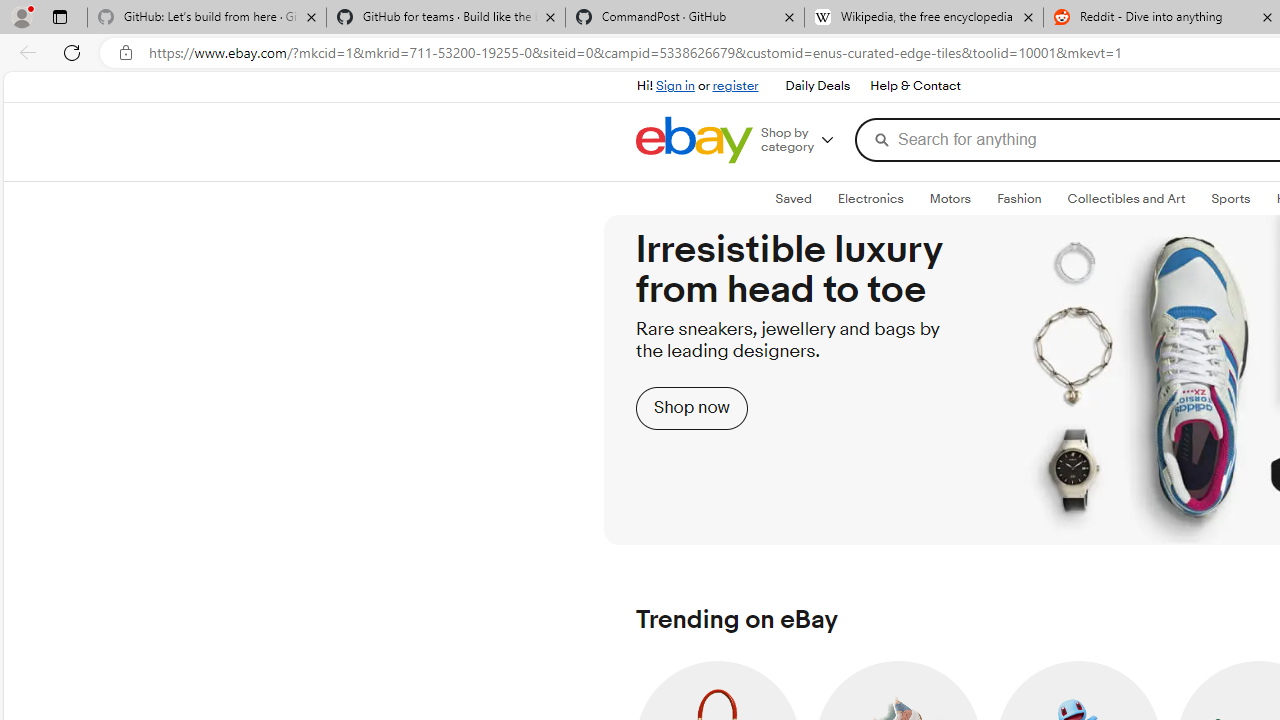  Describe the element at coordinates (913, 85) in the screenshot. I see `'Help & Contact'` at that location.